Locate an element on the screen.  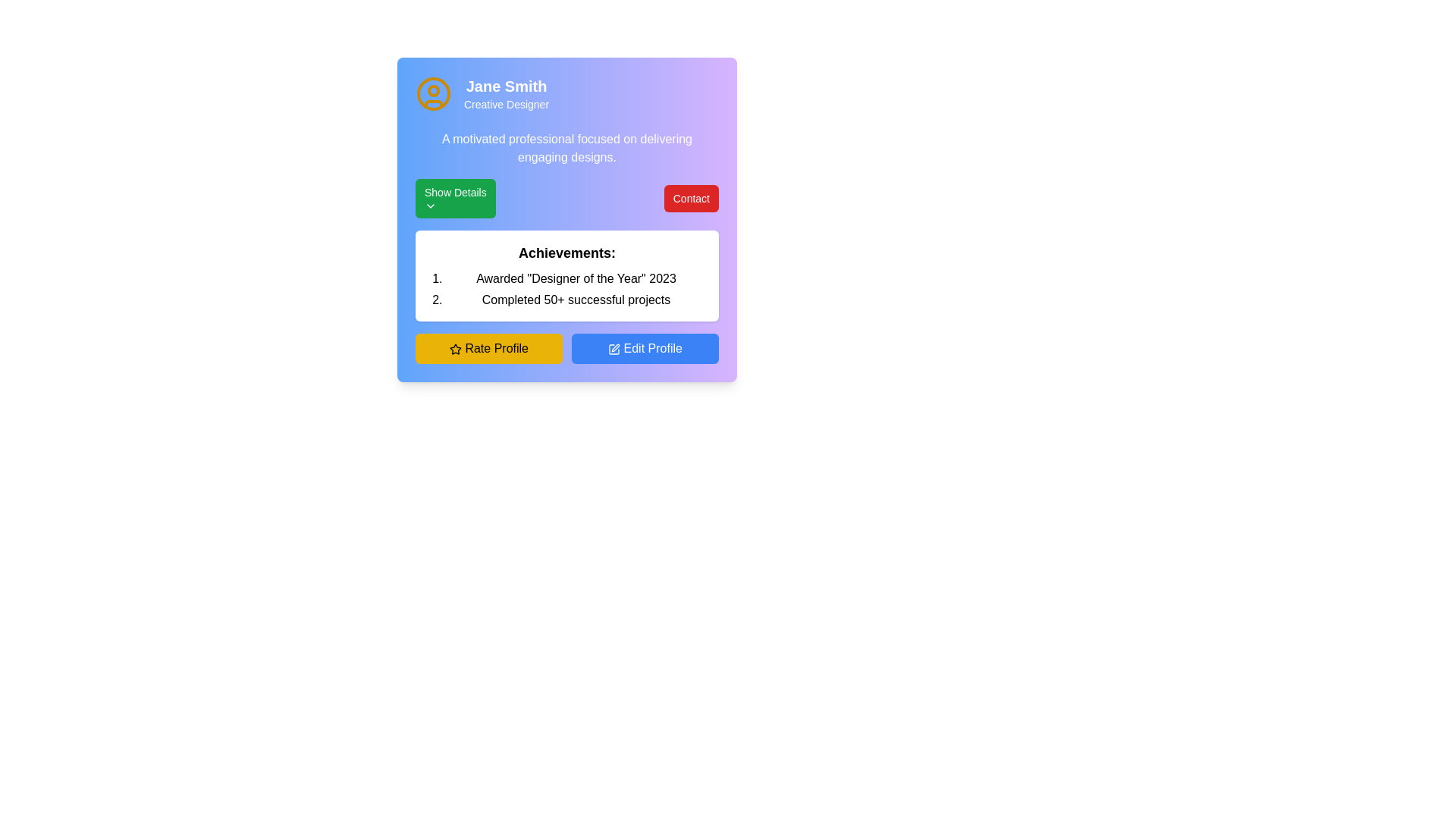
text label displaying 'Completed 50+ successful projects', which is the second item in the achievements list, positioned below the 'Awarded "Designer of the Year" 2023' text is located at coordinates (575, 300).